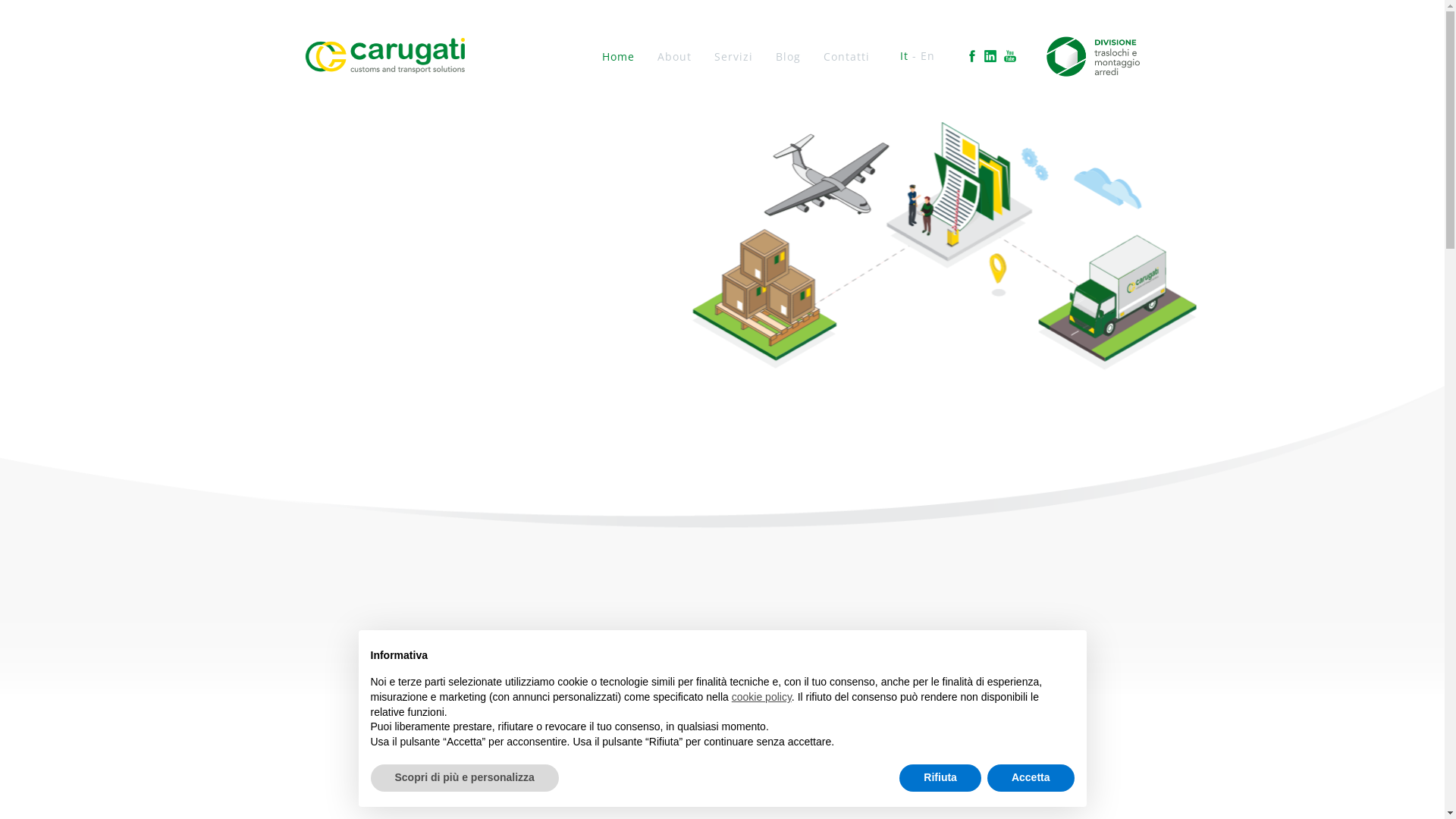 Image resolution: width=1456 pixels, height=819 pixels. What do you see at coordinates (788, 55) in the screenshot?
I see `'Blog'` at bounding box center [788, 55].